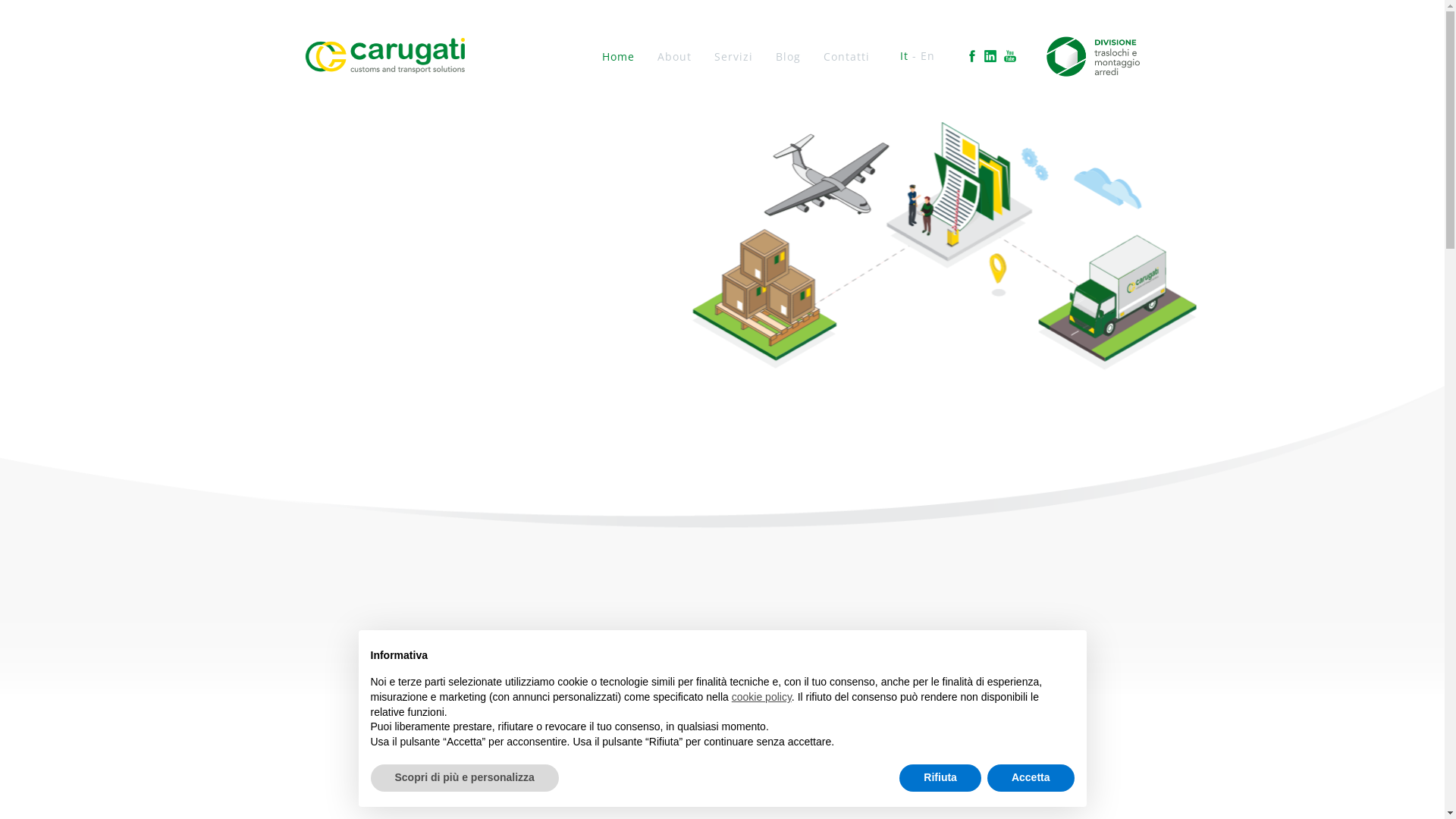 Image resolution: width=1456 pixels, height=819 pixels. What do you see at coordinates (788, 55) in the screenshot?
I see `'Blog'` at bounding box center [788, 55].